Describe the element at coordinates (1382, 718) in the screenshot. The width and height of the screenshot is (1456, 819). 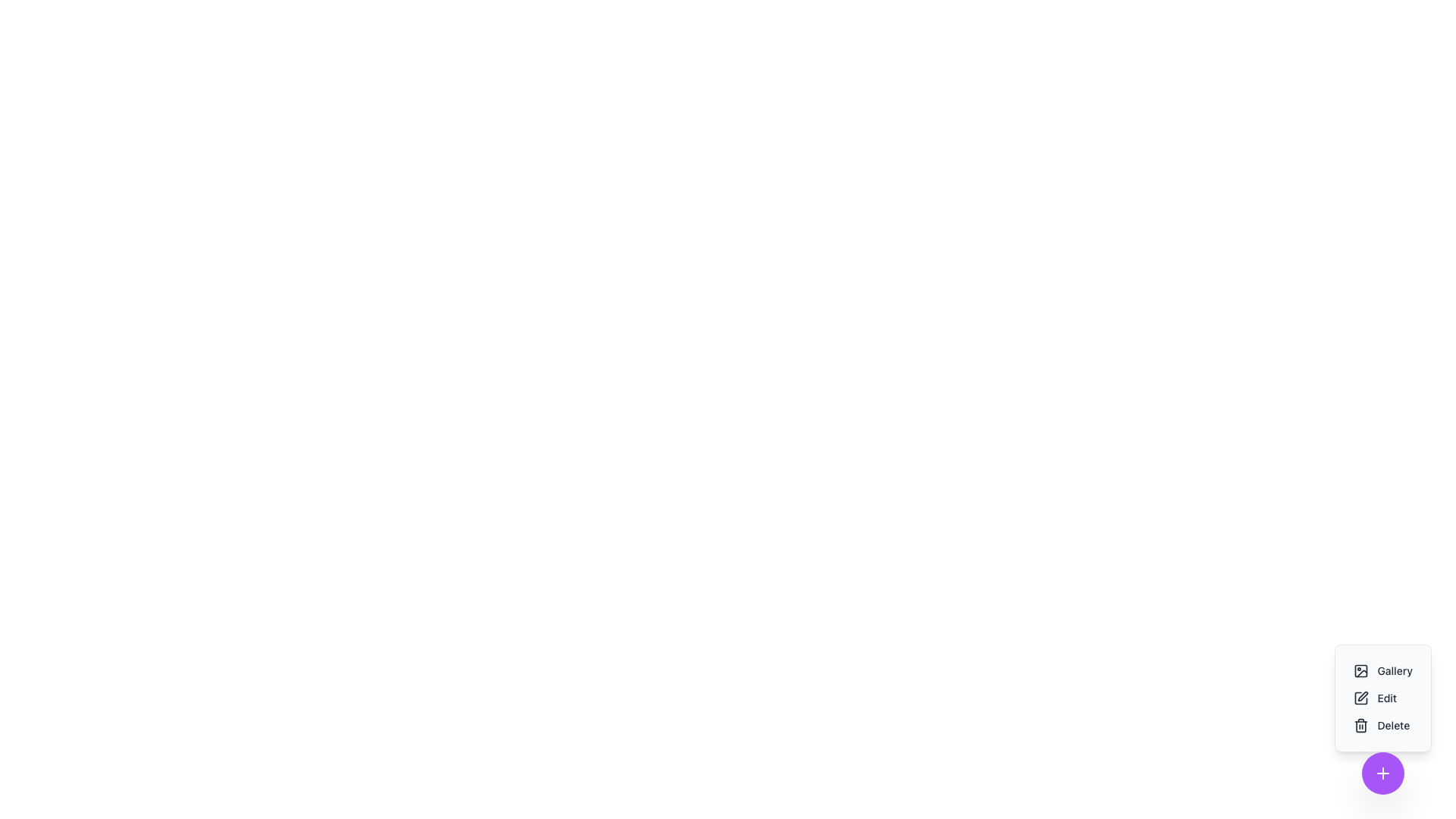
I see `the interactive delete button located below 'Gallery' and 'Edit' in the vertical list of options to prepare for keyboard interaction` at that location.